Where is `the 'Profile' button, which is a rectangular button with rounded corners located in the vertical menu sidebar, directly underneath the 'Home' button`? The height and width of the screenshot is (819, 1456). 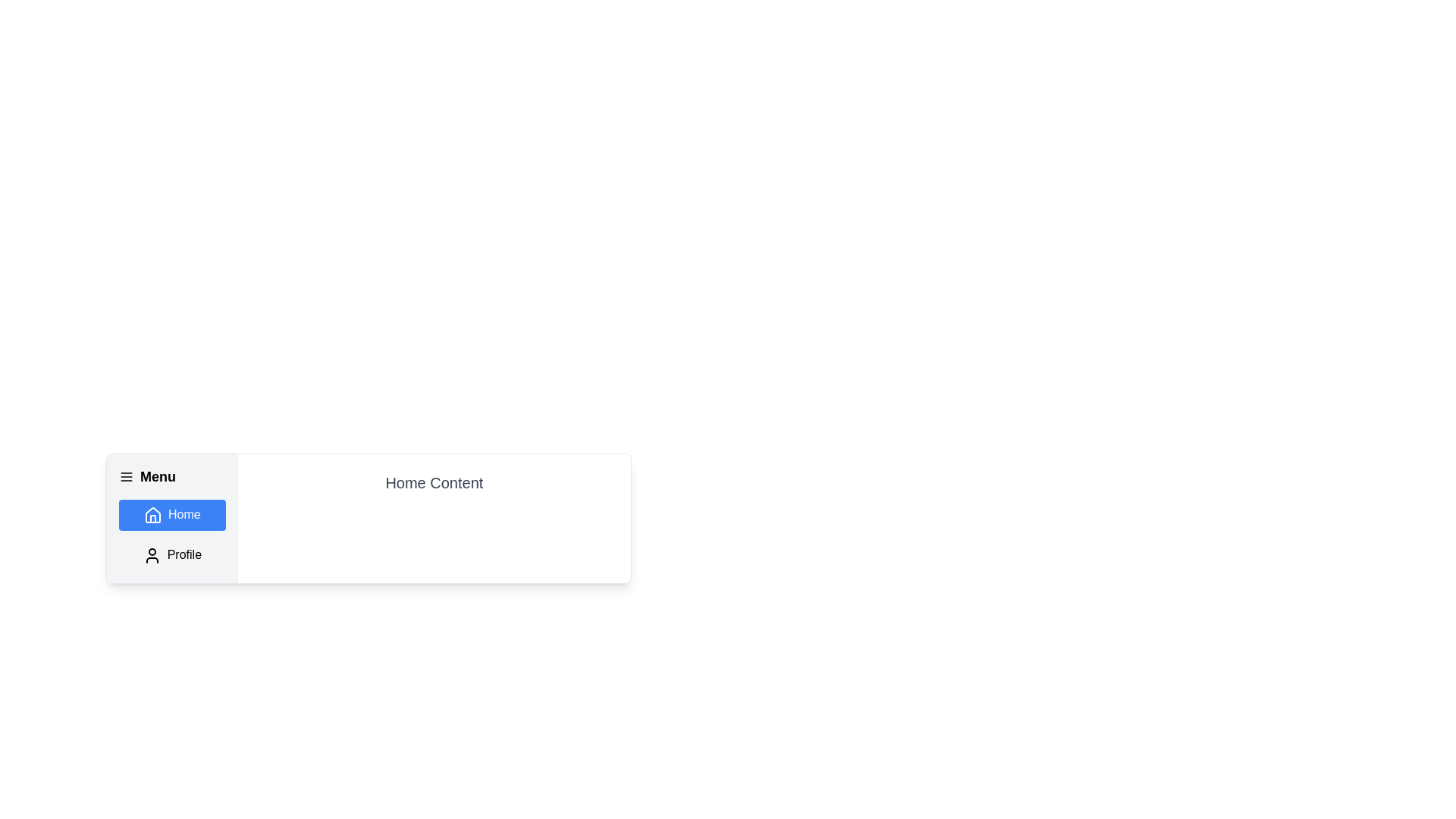
the 'Profile' button, which is a rectangular button with rounded corners located in the vertical menu sidebar, directly underneath the 'Home' button is located at coordinates (172, 555).